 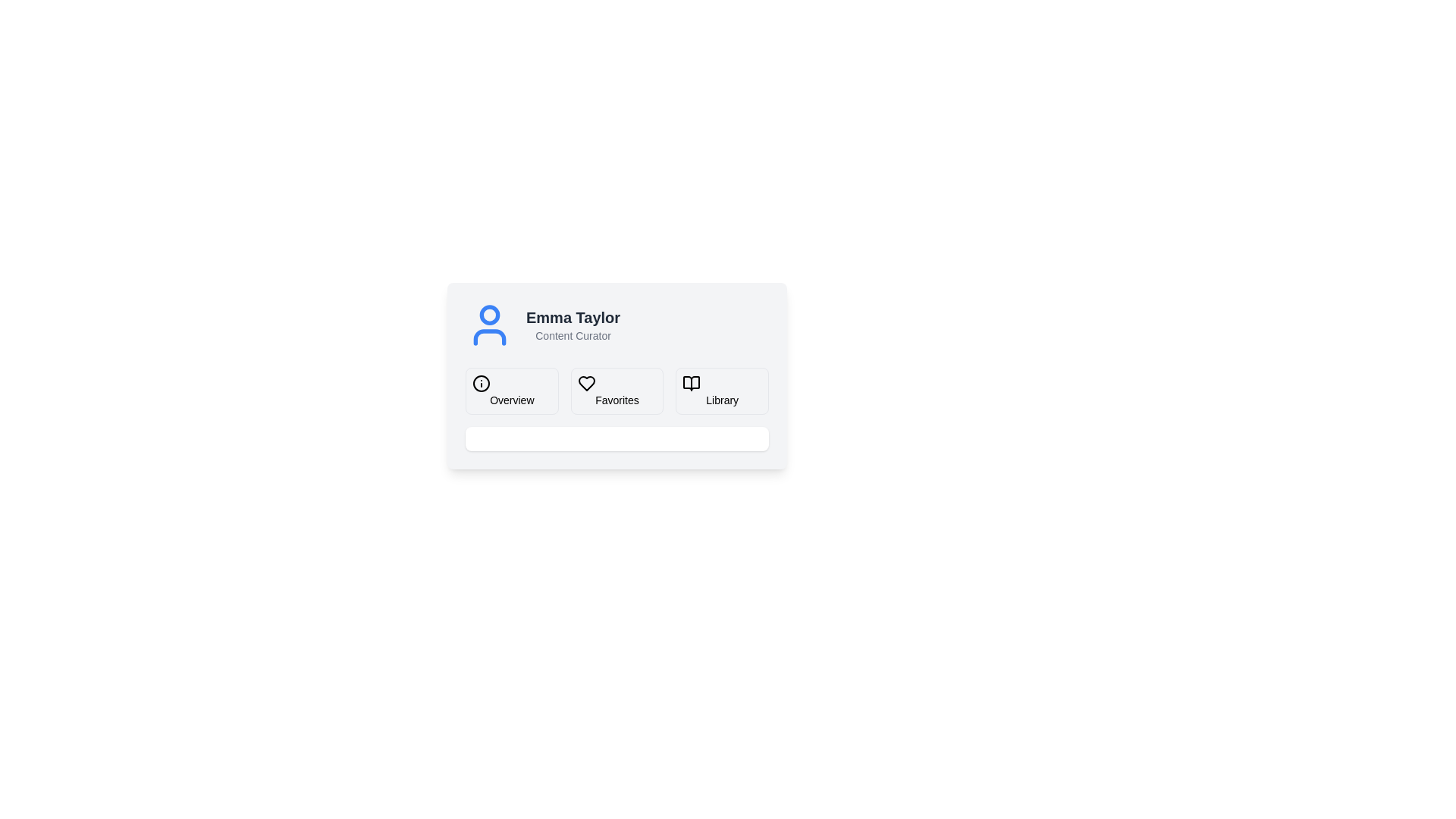 What do you see at coordinates (691, 382) in the screenshot?
I see `the open book icon (SVG) on the right side of the row containing 'Overview,' 'Favorites,' and 'Library'` at bounding box center [691, 382].